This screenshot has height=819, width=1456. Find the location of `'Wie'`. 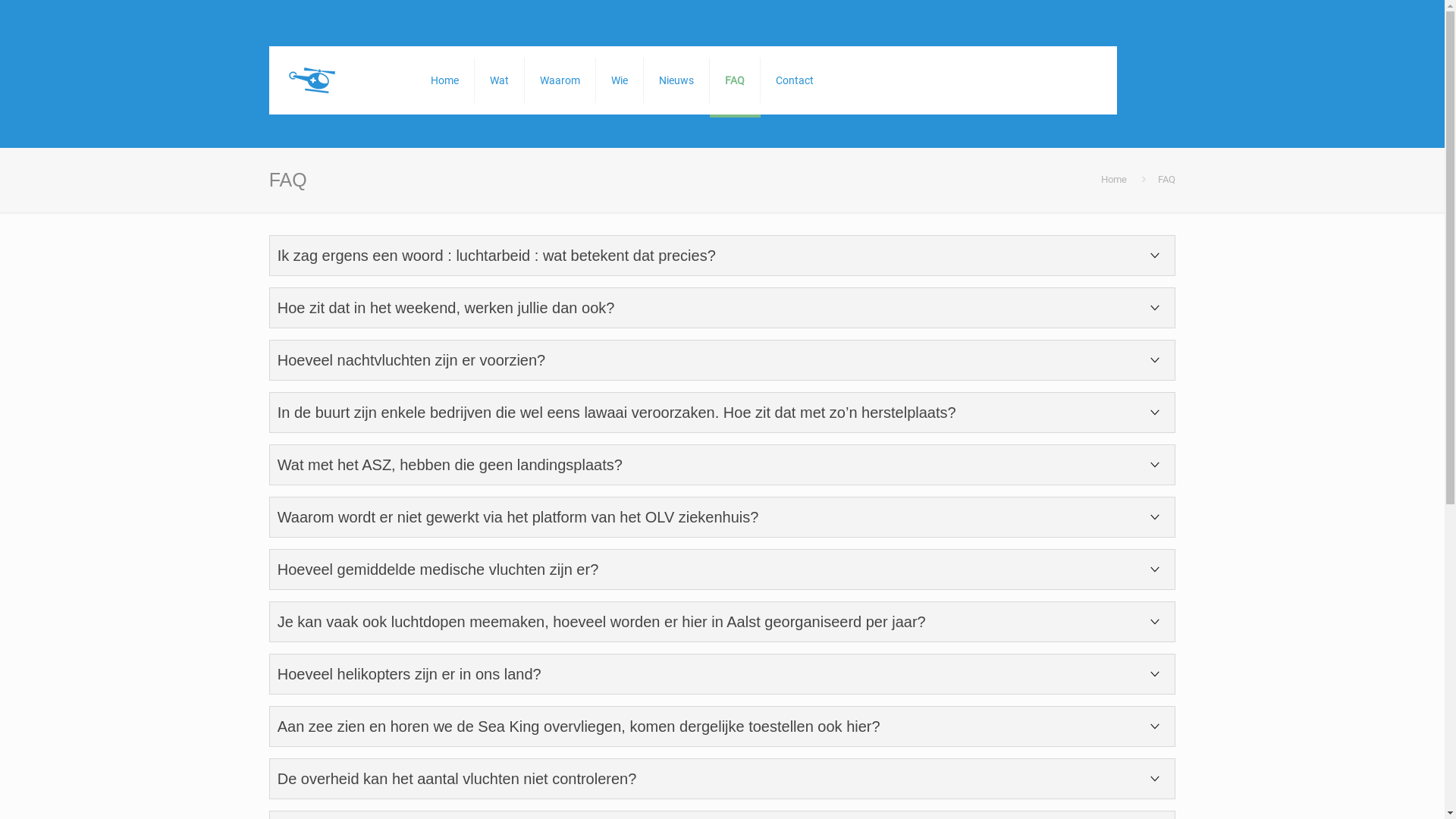

'Wie' is located at coordinates (620, 80).